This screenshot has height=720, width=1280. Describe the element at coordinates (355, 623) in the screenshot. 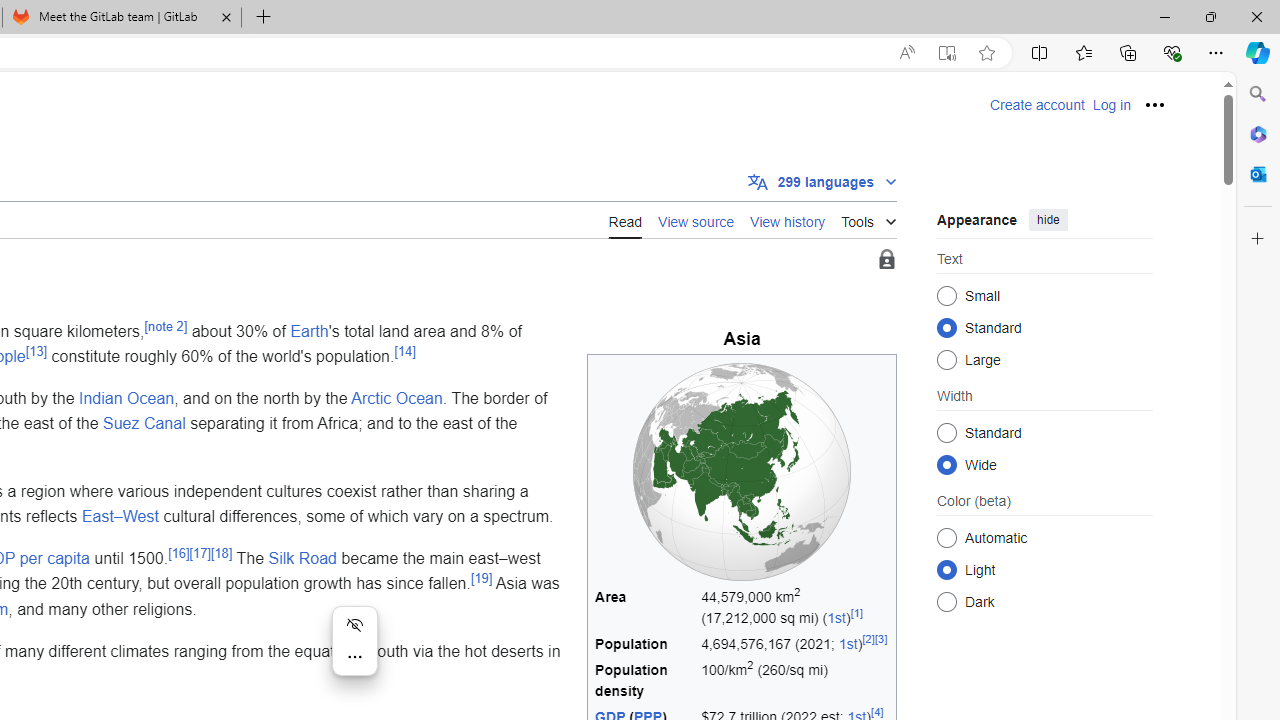

I see `'Hide menu'` at that location.